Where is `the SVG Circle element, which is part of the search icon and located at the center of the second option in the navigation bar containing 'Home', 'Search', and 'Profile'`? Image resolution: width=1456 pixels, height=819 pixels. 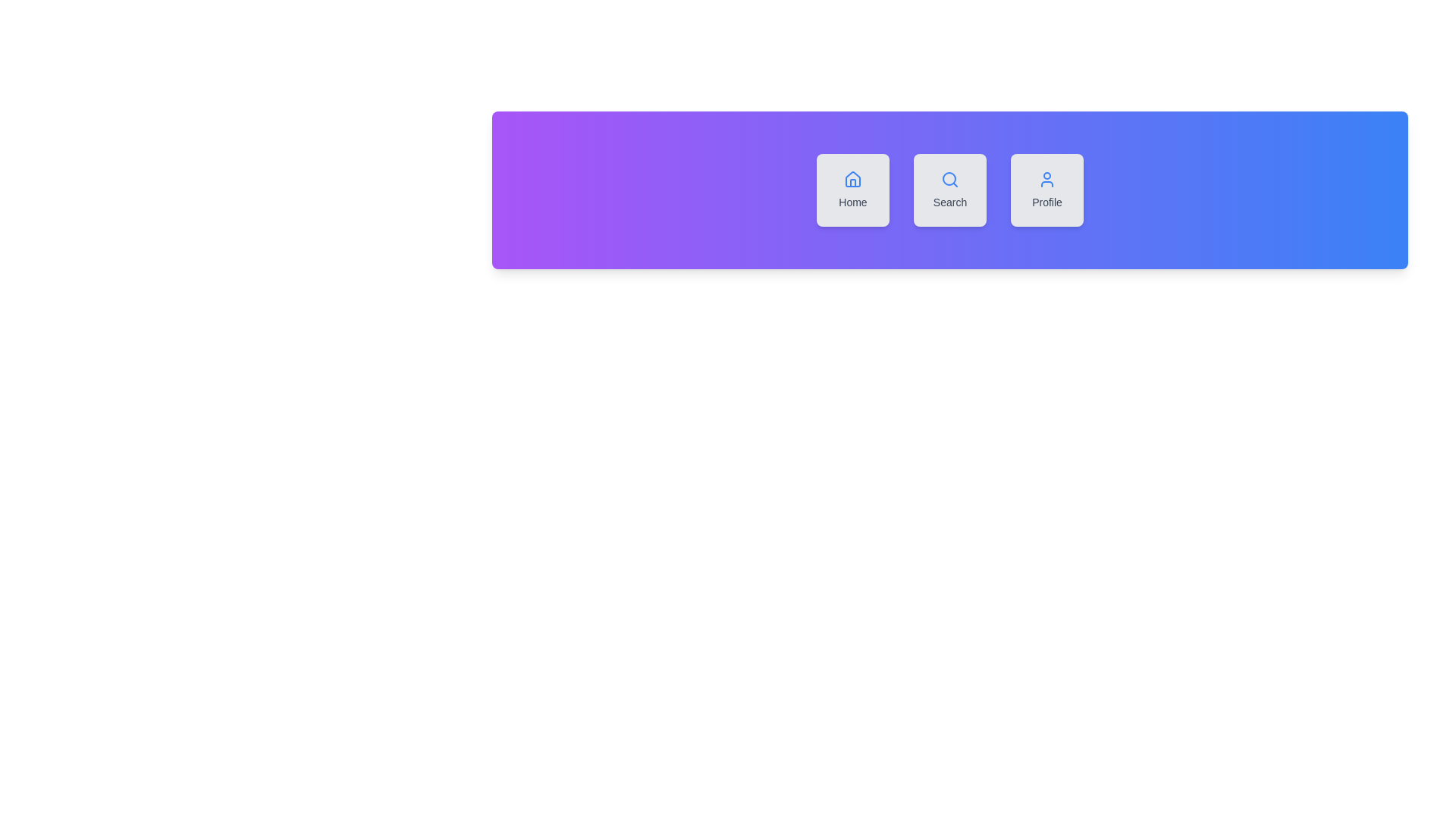
the SVG Circle element, which is part of the search icon and located at the center of the second option in the navigation bar containing 'Home', 'Search', and 'Profile' is located at coordinates (949, 177).